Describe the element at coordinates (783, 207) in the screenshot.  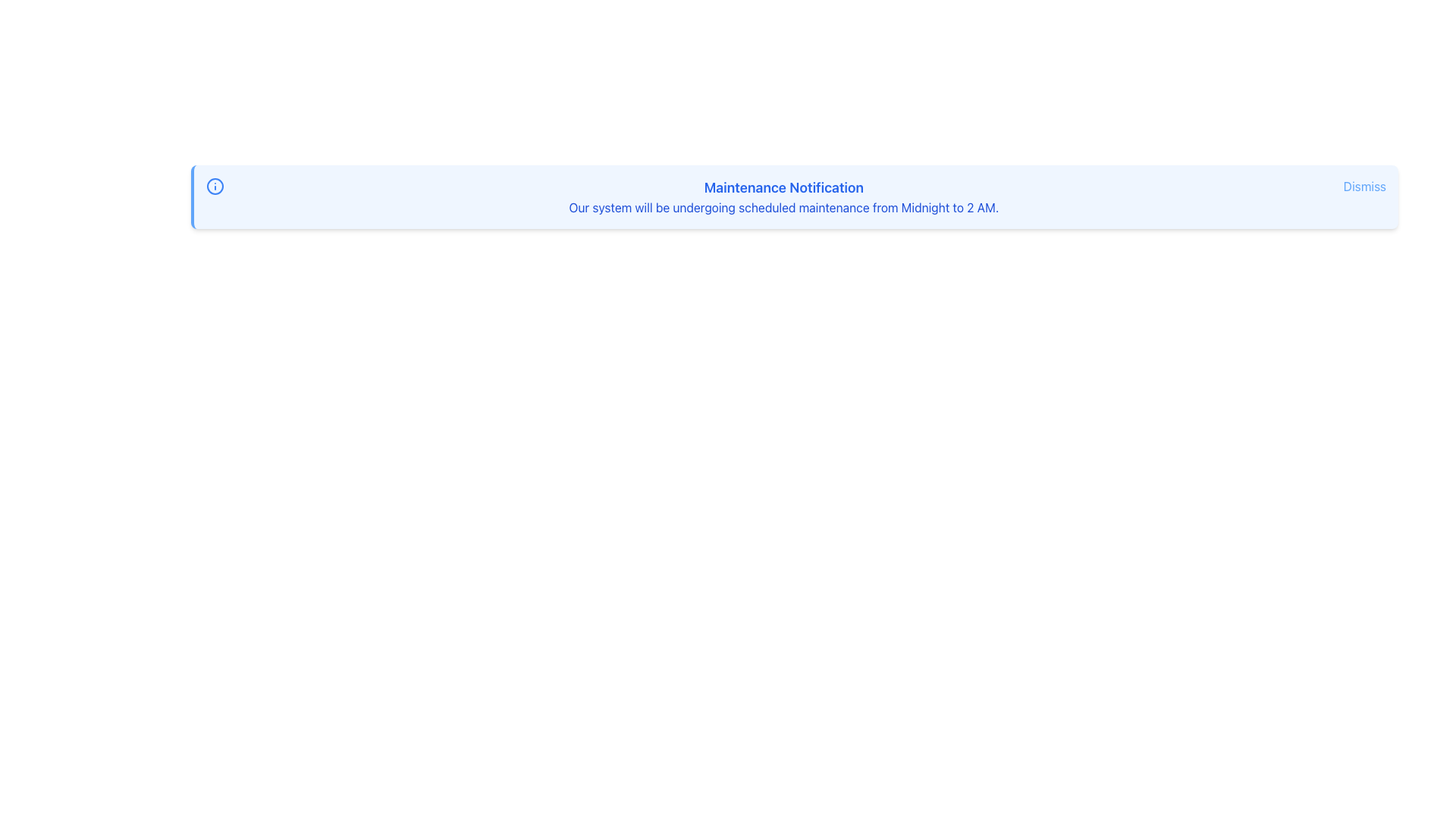
I see `the static text notification 'Our system will be undergoing scheduled maintenance from Midnight to 2 AM.'` at that location.